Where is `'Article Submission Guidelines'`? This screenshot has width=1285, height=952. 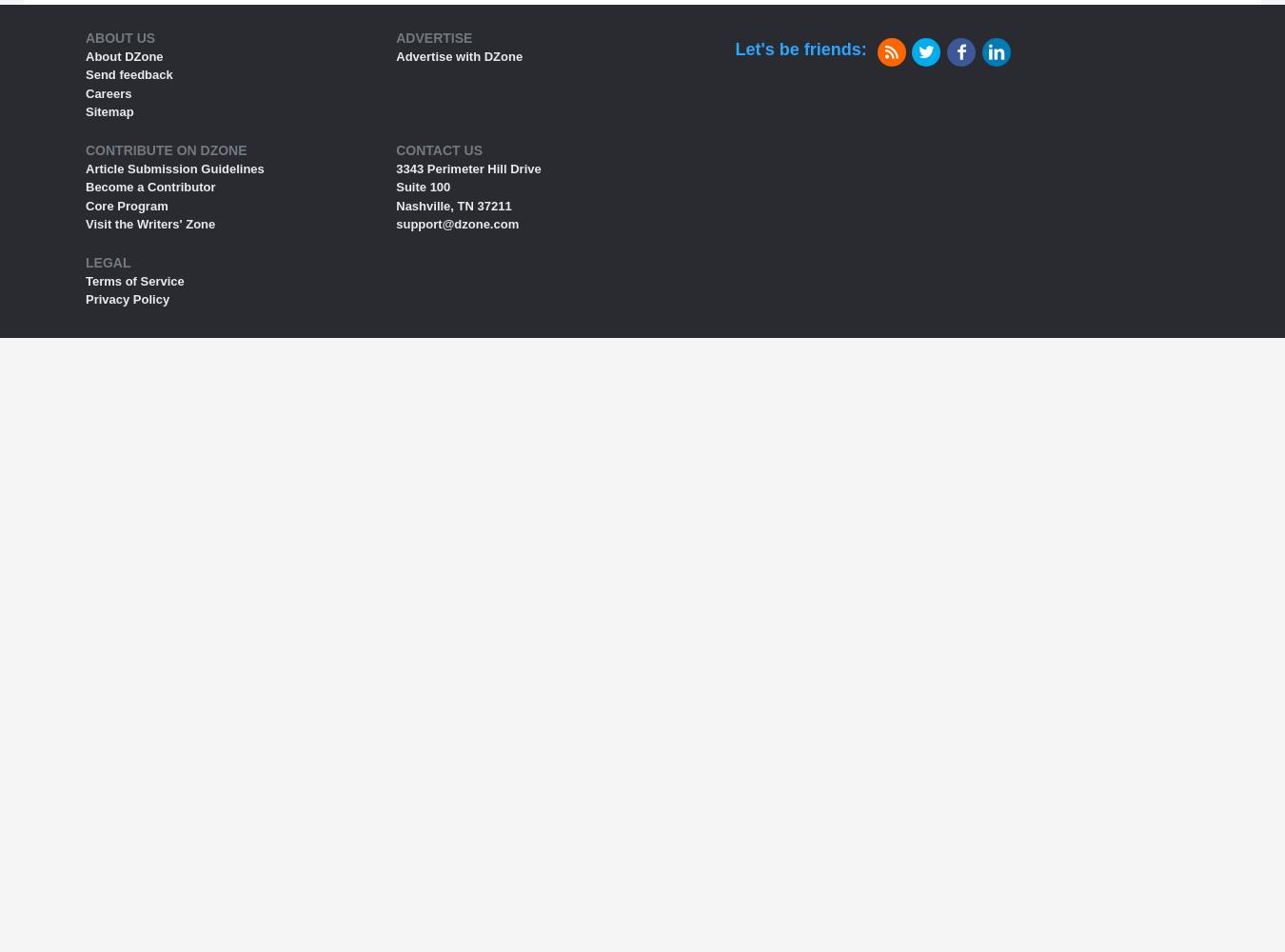
'Article Submission Guidelines' is located at coordinates (85, 168).